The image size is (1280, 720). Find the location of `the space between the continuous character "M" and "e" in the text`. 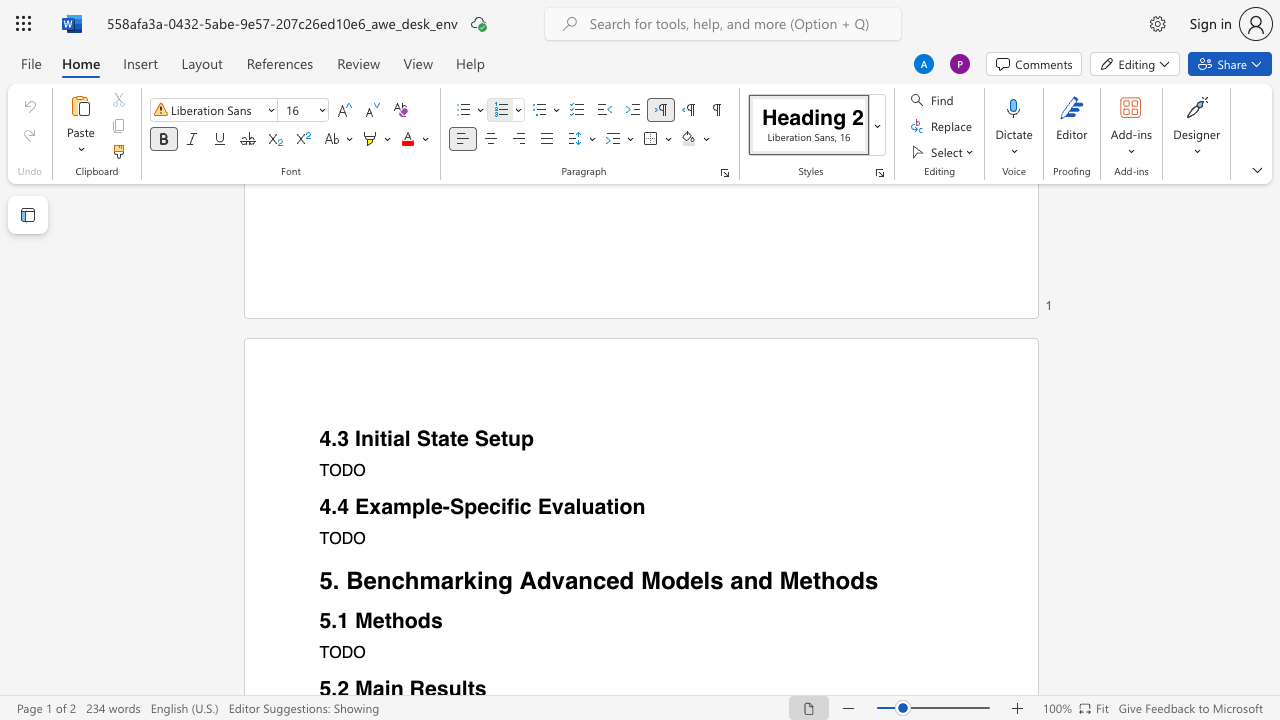

the space between the continuous character "M" and "e" in the text is located at coordinates (371, 620).